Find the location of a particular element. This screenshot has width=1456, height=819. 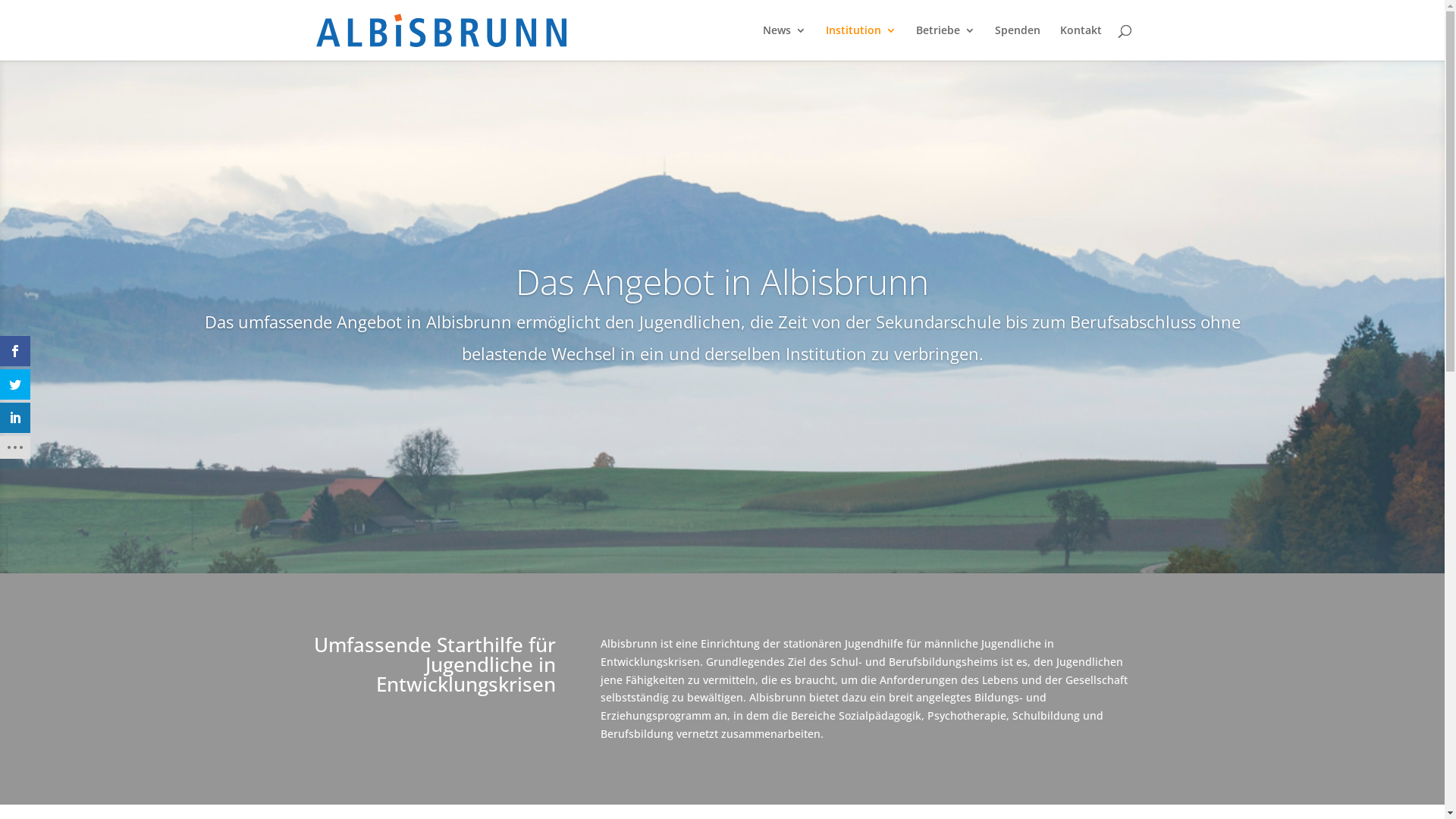

'Kontakt' is located at coordinates (1080, 42).